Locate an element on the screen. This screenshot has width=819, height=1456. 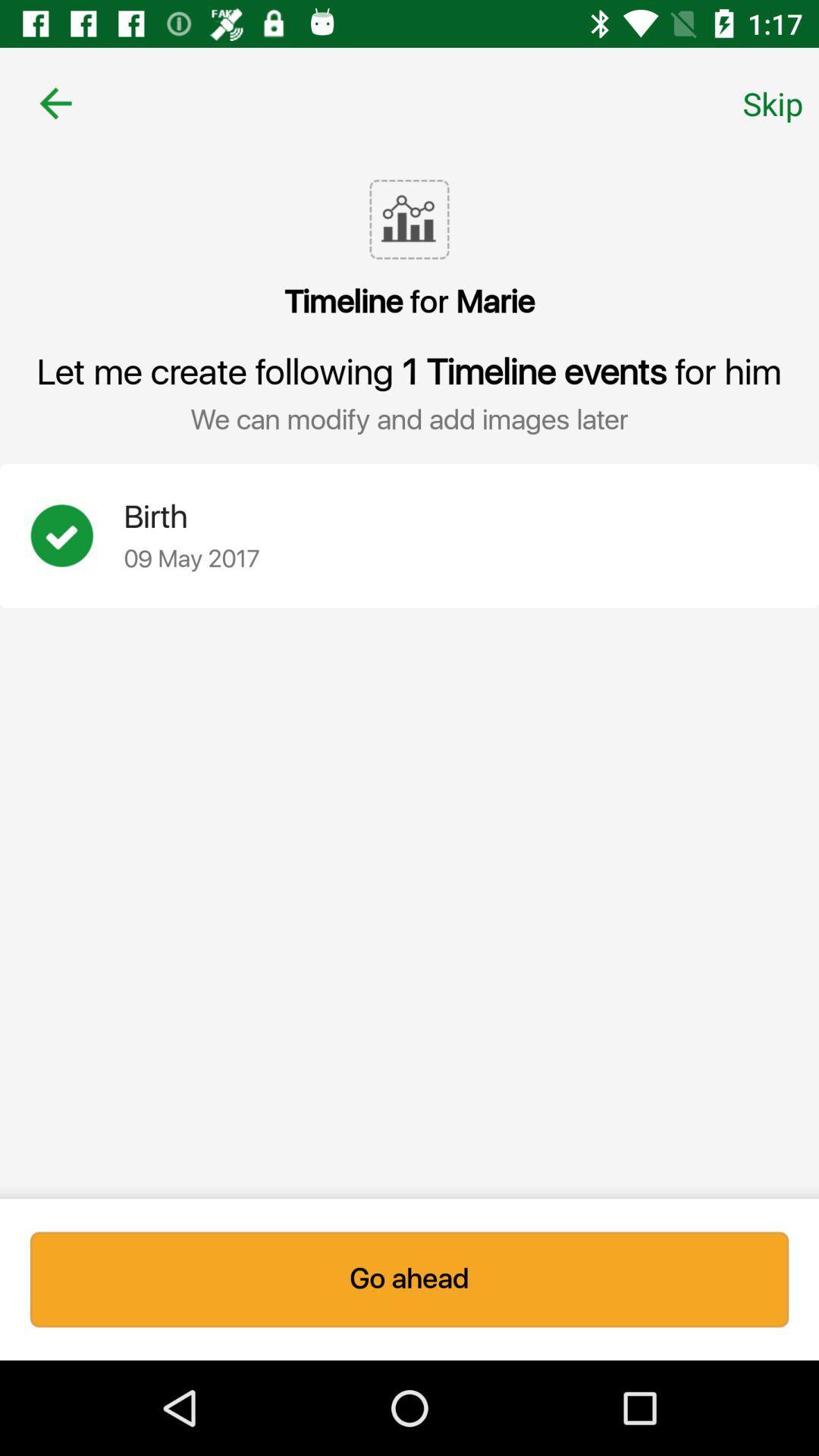
icon above the timeline for marie is located at coordinates (55, 102).